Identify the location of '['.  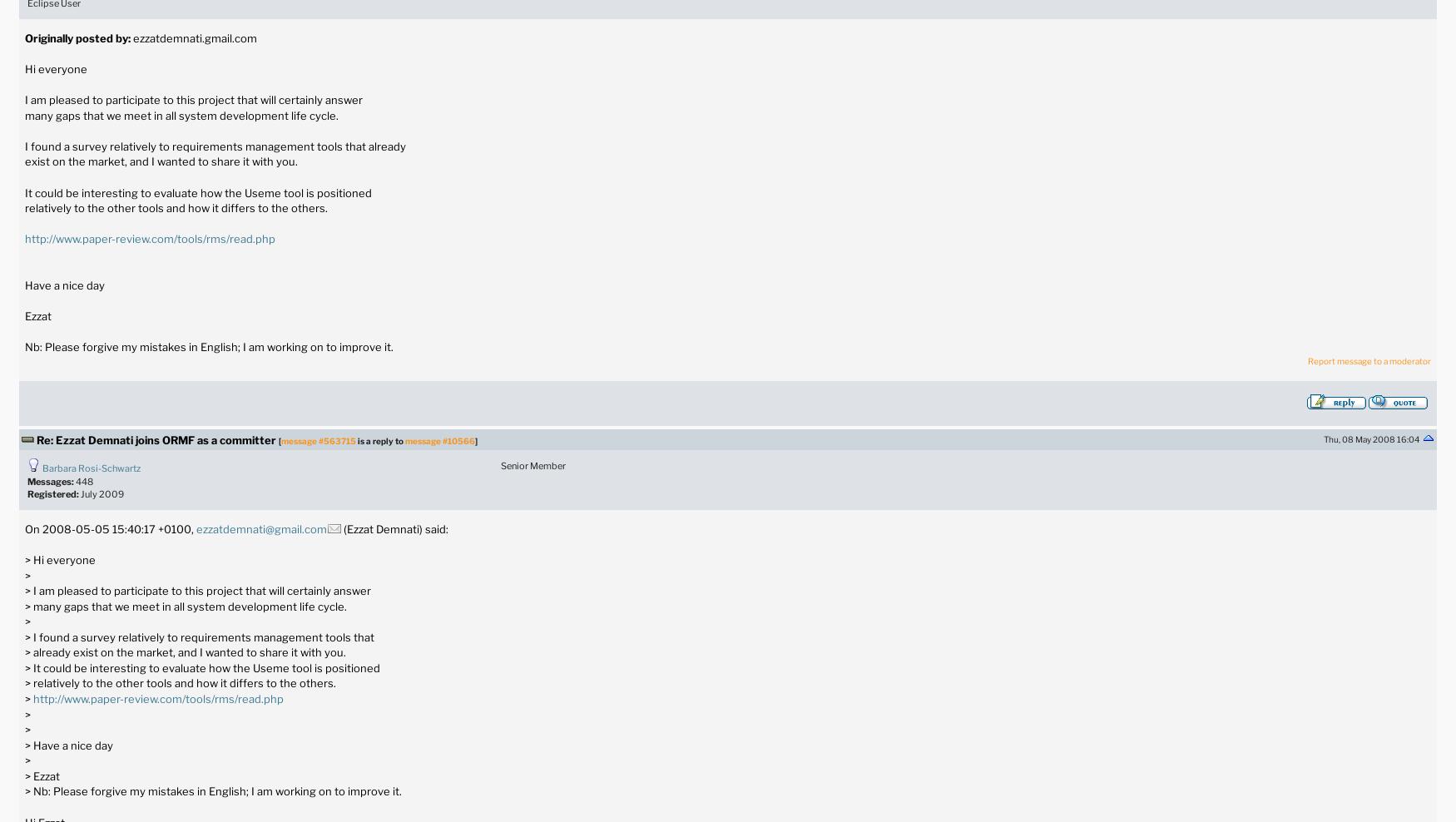
(280, 439).